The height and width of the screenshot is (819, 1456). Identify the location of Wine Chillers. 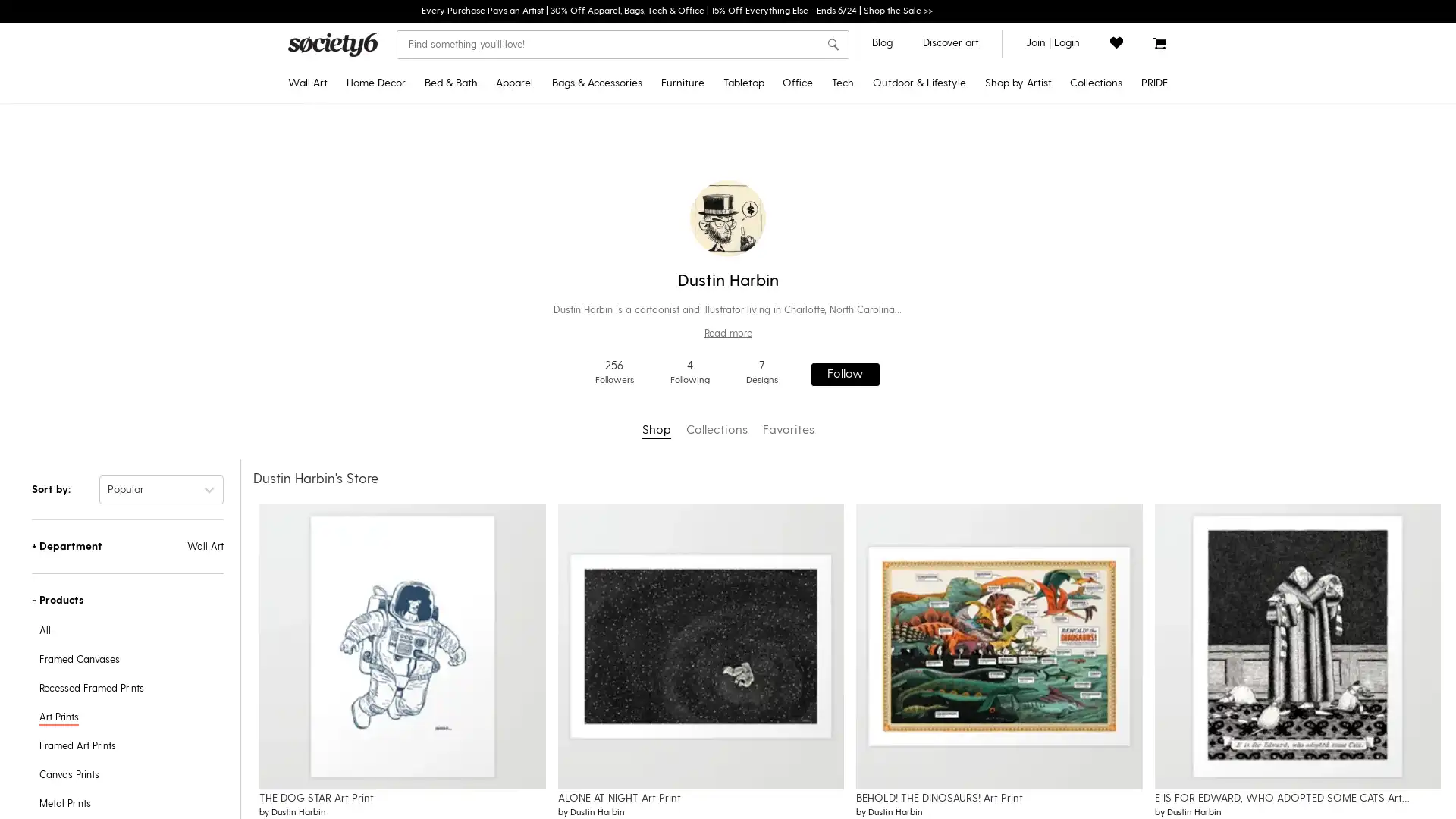
(771, 292).